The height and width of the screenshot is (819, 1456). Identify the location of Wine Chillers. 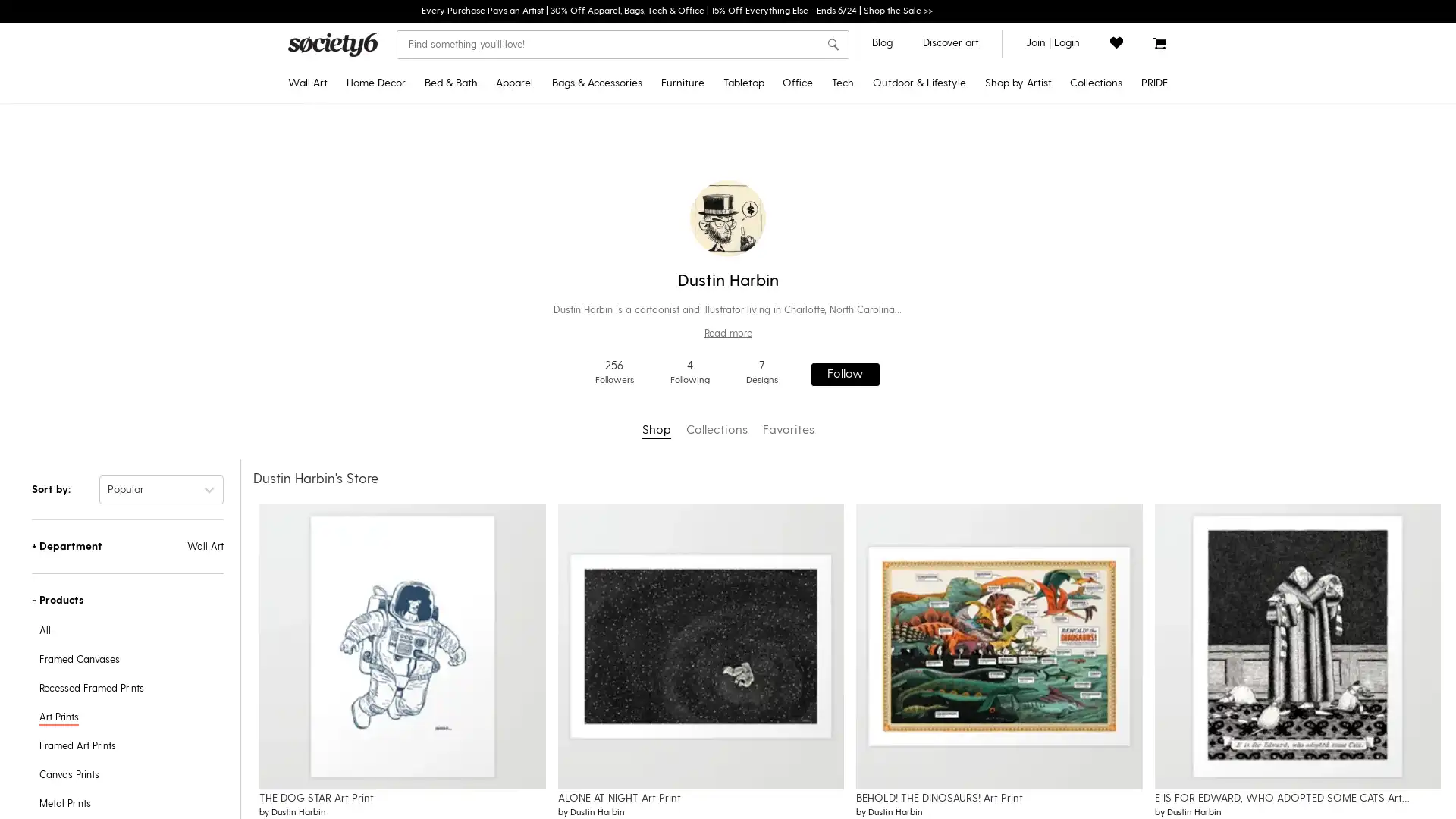
(771, 292).